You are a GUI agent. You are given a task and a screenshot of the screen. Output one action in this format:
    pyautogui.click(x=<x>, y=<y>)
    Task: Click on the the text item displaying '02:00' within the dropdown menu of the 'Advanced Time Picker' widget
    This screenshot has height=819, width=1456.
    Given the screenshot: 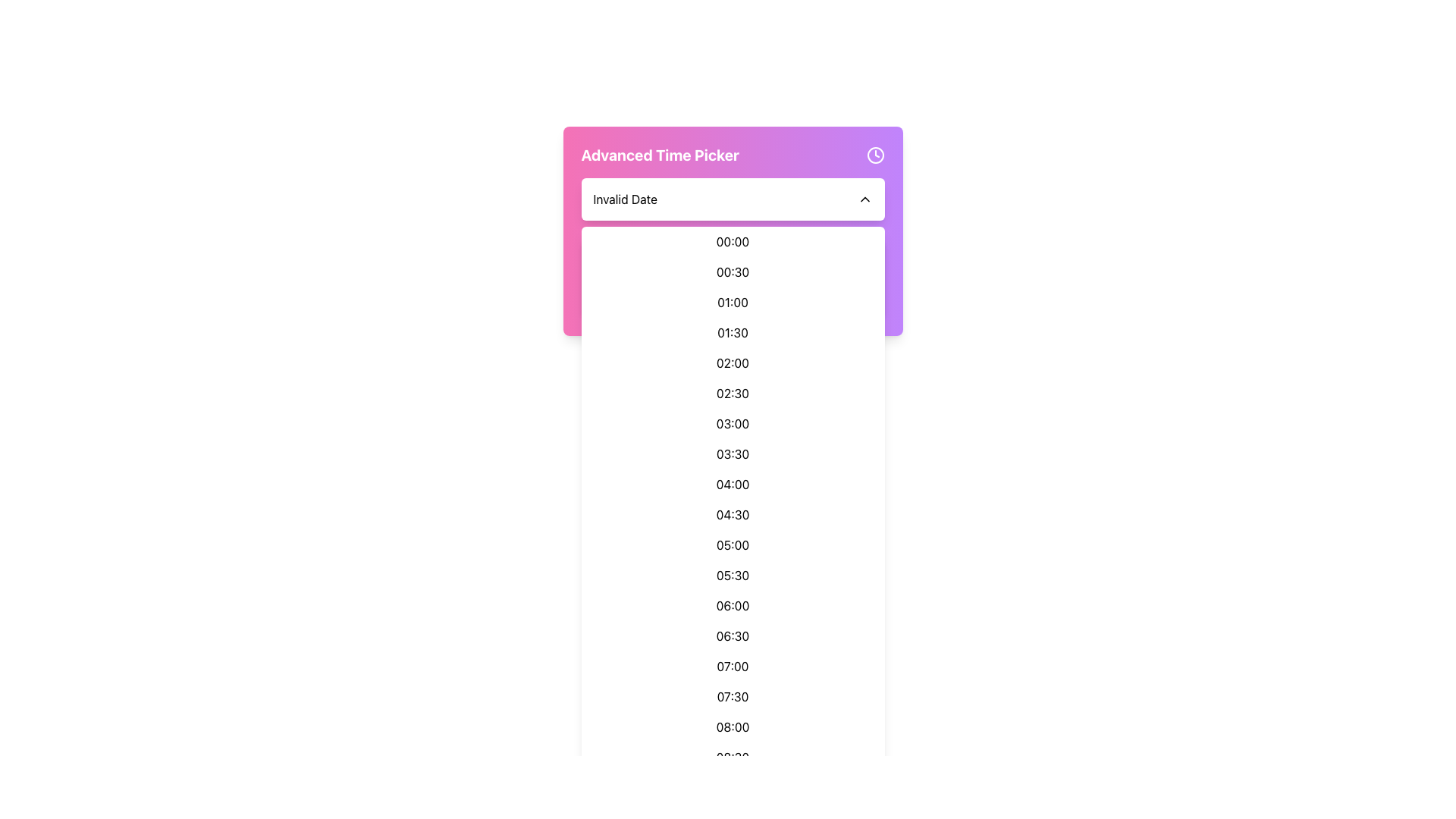 What is the action you would take?
    pyautogui.click(x=733, y=362)
    